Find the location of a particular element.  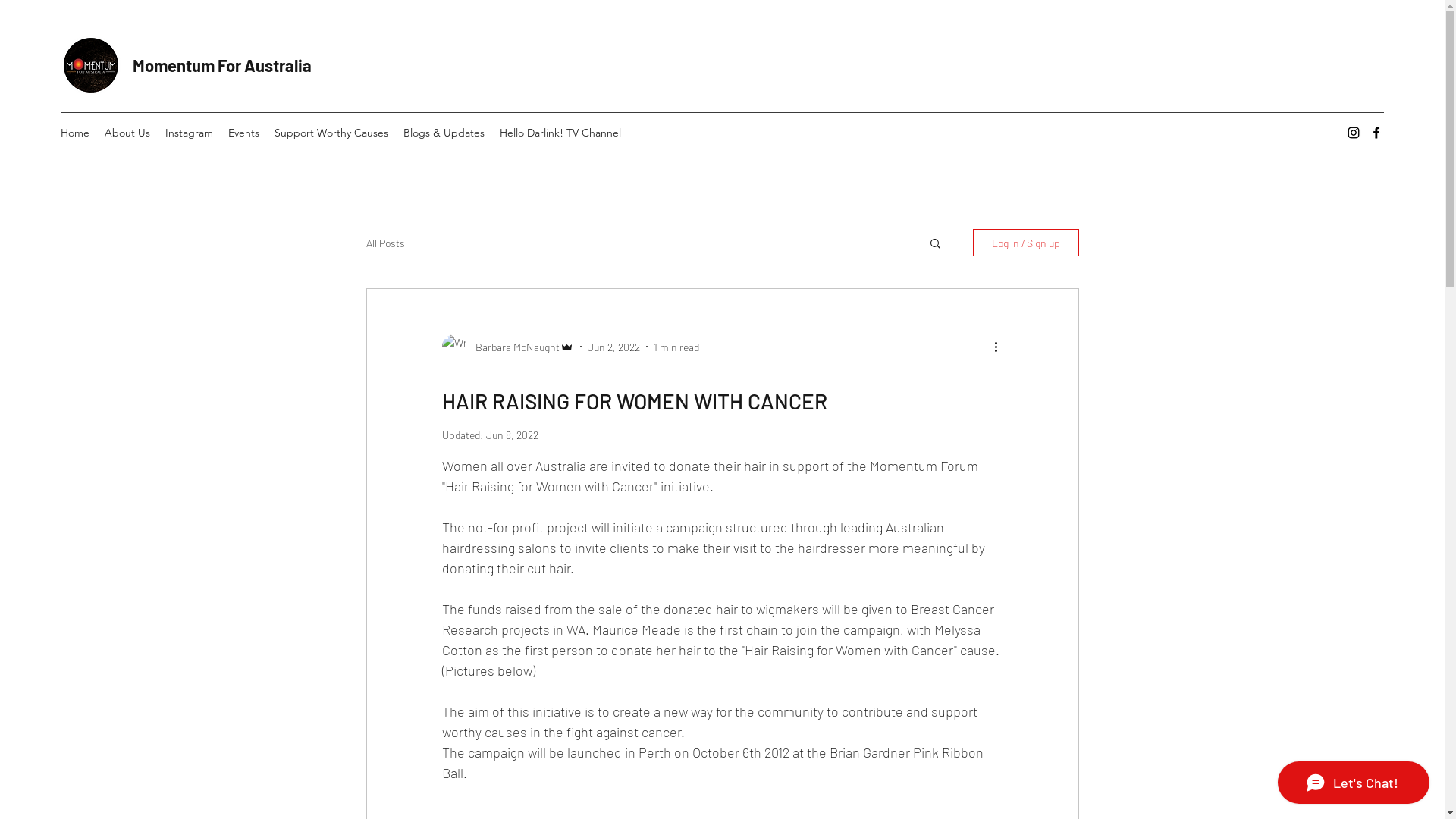

'Hello Darlink! TV Channel' is located at coordinates (560, 131).